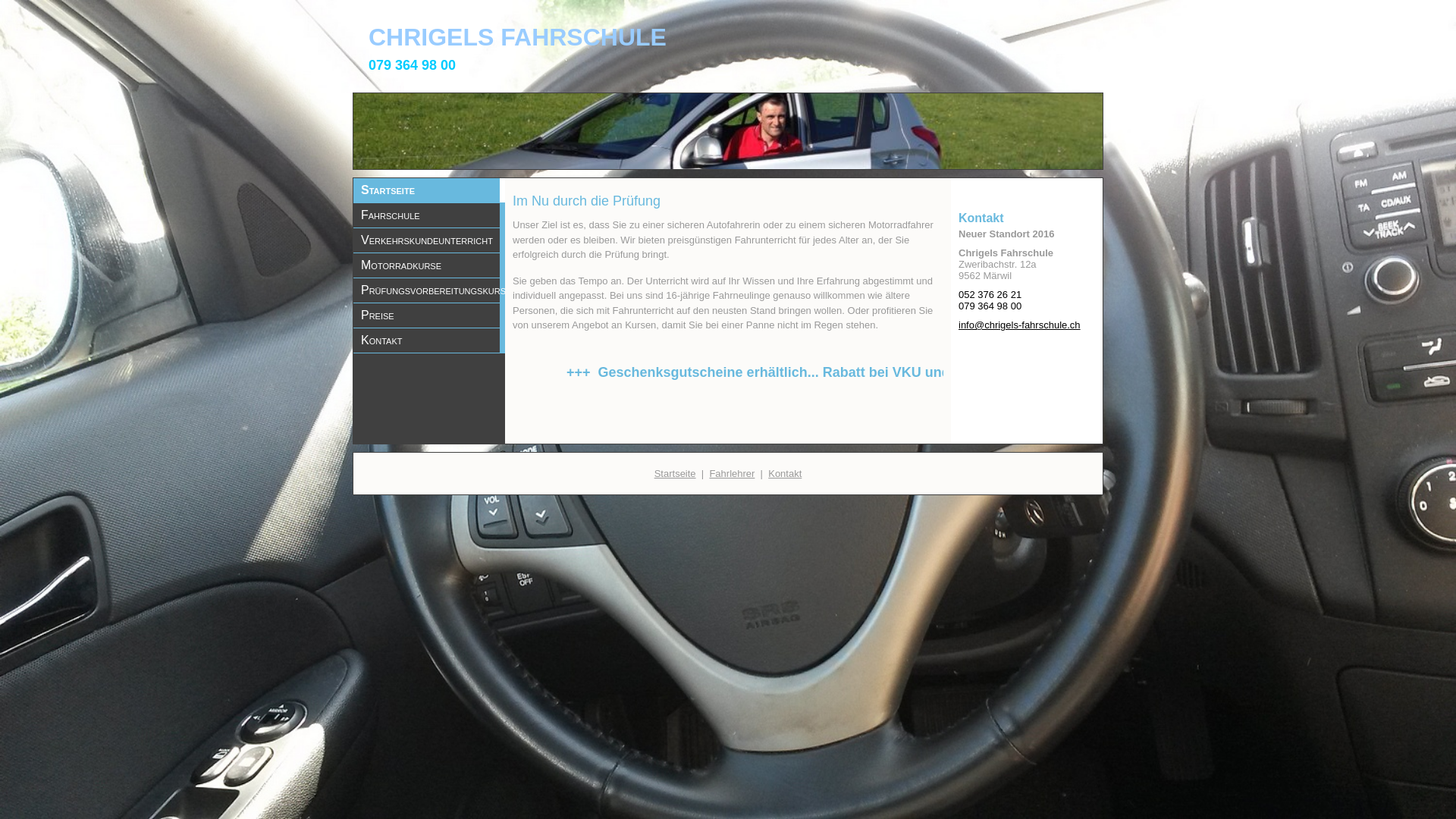 The width and height of the screenshot is (1456, 819). What do you see at coordinates (428, 339) in the screenshot?
I see `'Kontakt'` at bounding box center [428, 339].